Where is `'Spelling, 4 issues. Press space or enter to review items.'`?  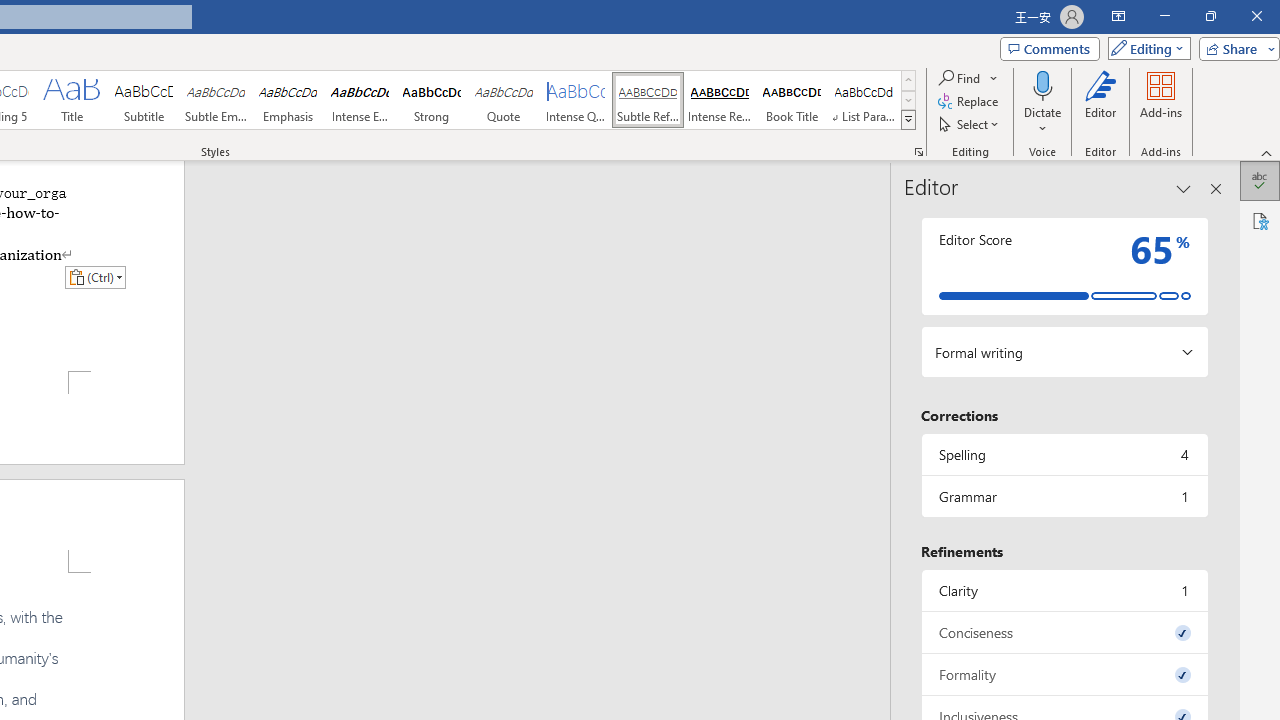
'Spelling, 4 issues. Press space or enter to review items.' is located at coordinates (1063, 454).